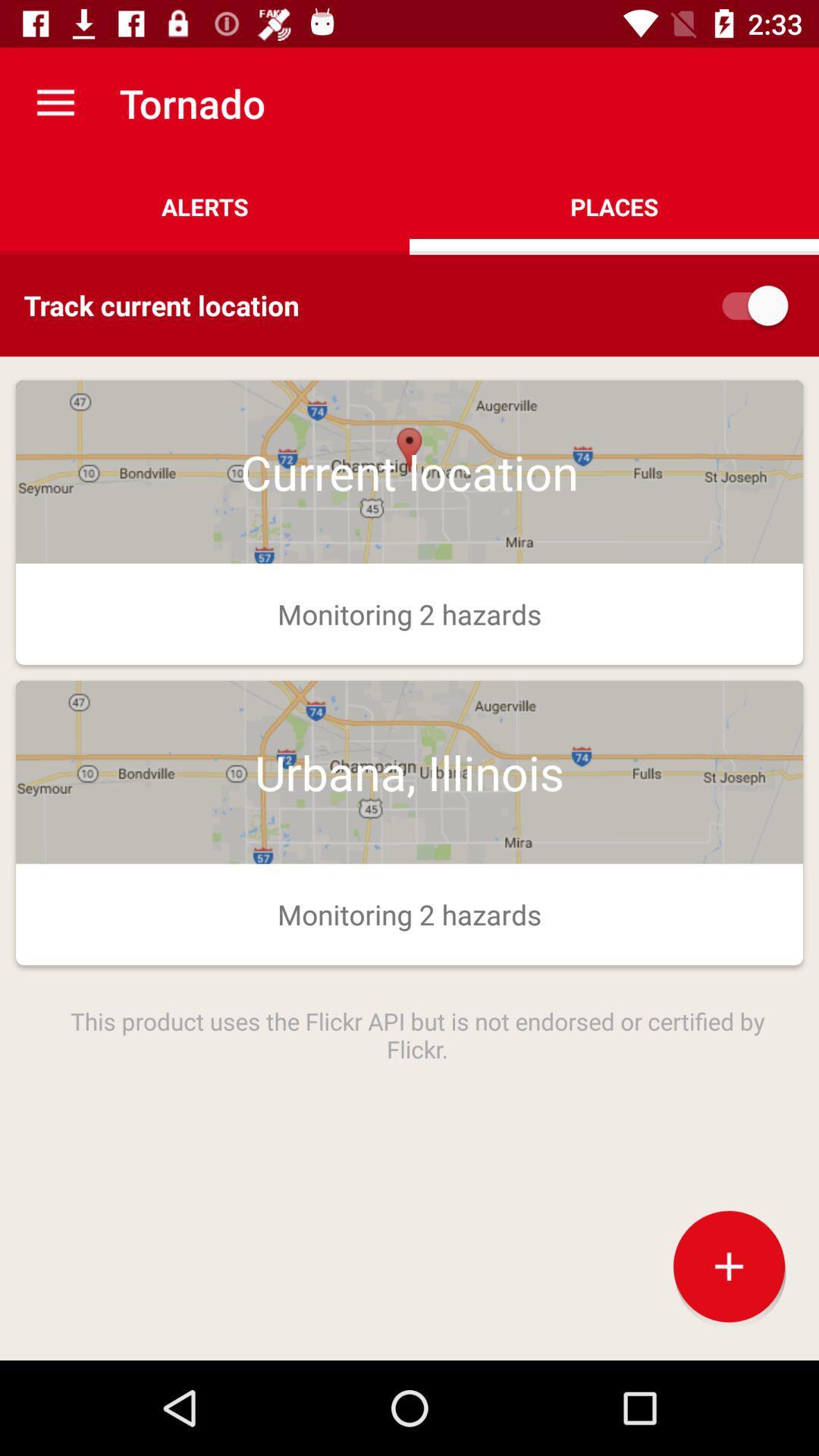 The width and height of the screenshot is (819, 1456). I want to click on app to the left of the tornado app, so click(55, 102).